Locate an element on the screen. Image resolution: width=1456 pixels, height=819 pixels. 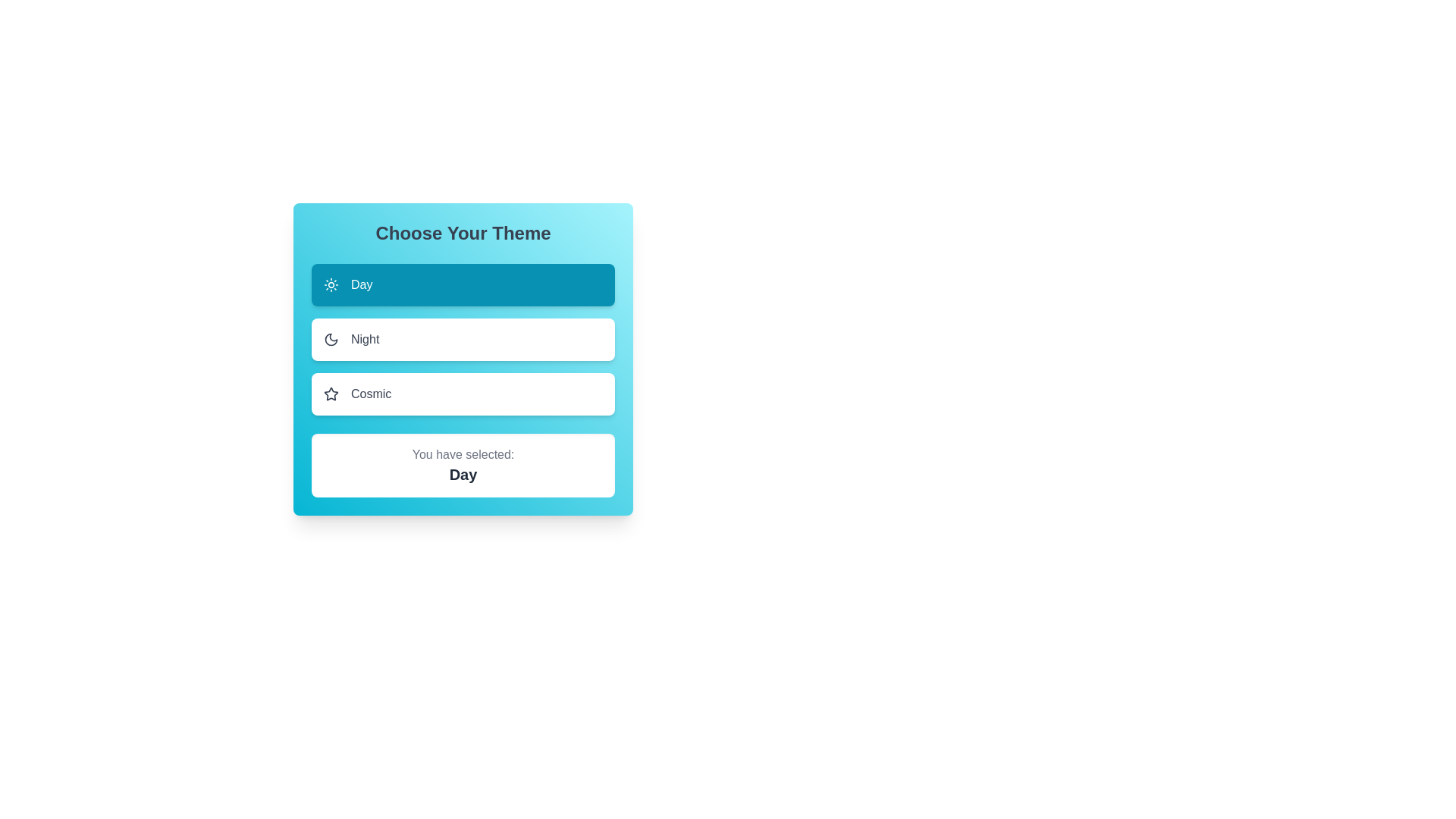
the decorative icon located on the left side of the uppermost rounded rectangular button labeled 'Day' is located at coordinates (330, 284).